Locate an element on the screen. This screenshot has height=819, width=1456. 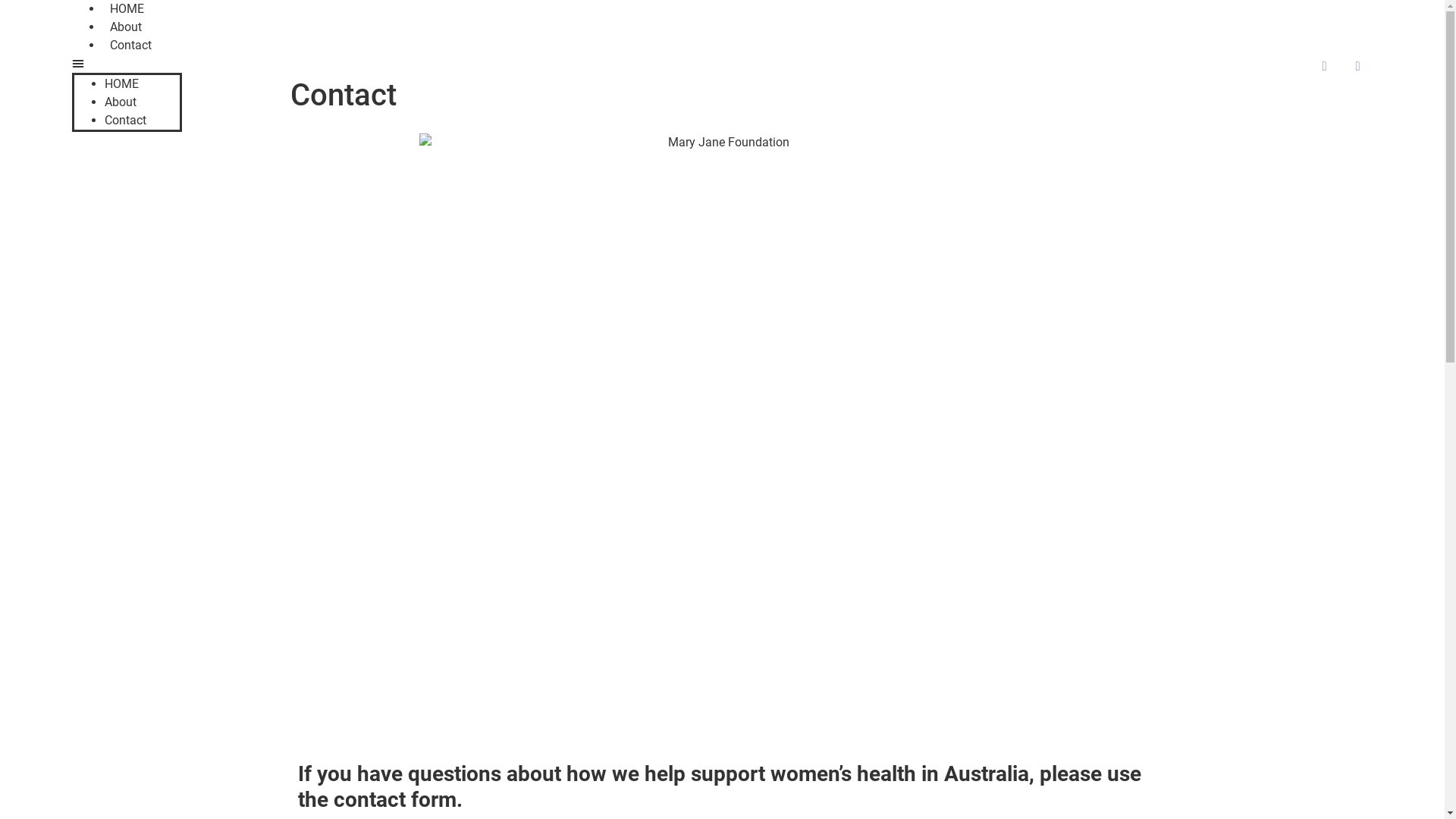
'Contact' is located at coordinates (130, 44).